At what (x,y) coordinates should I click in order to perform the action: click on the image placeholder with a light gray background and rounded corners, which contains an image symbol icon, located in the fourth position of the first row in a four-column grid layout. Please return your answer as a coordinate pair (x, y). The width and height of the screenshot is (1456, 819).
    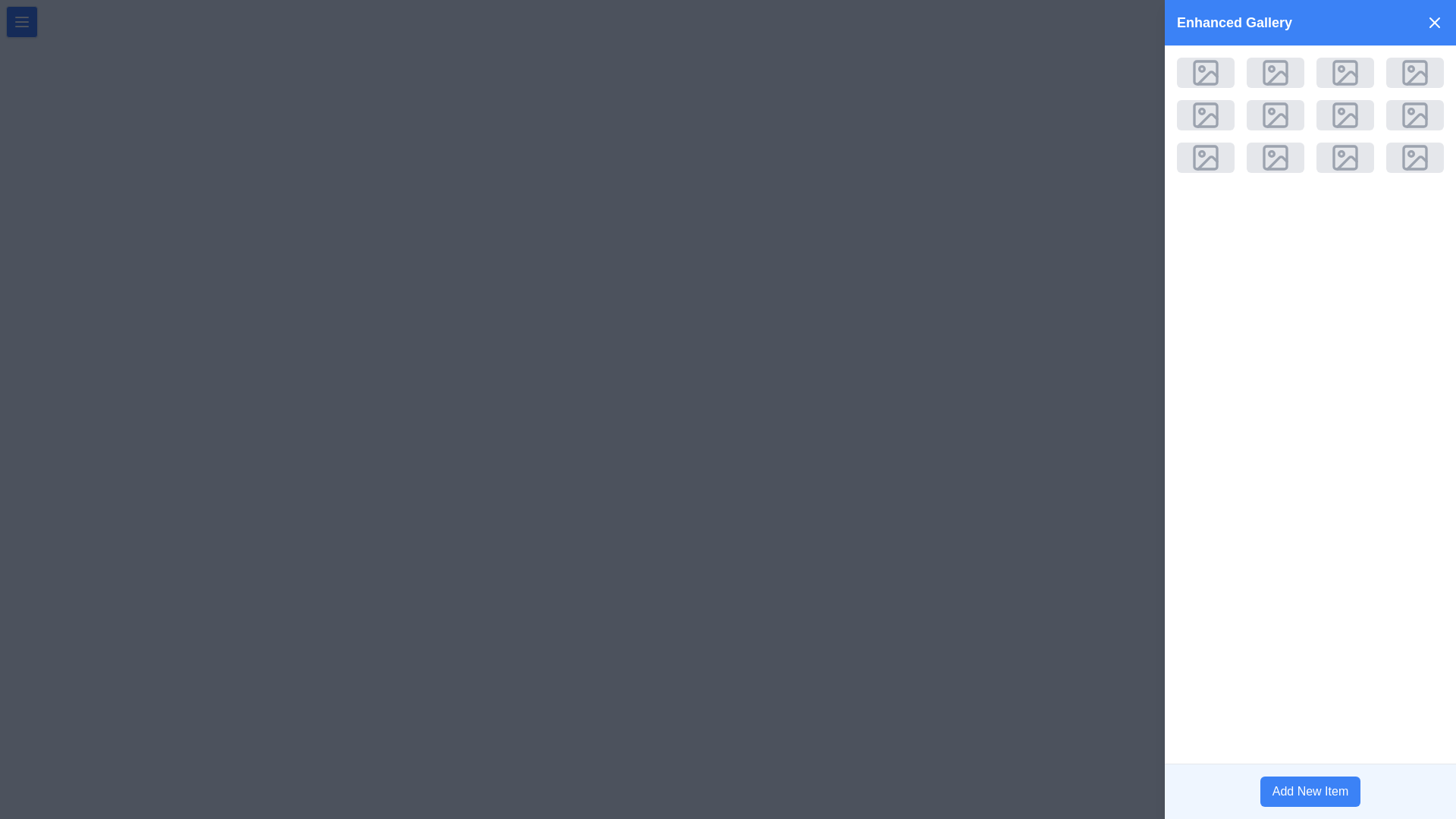
    Looking at the image, I should click on (1345, 73).